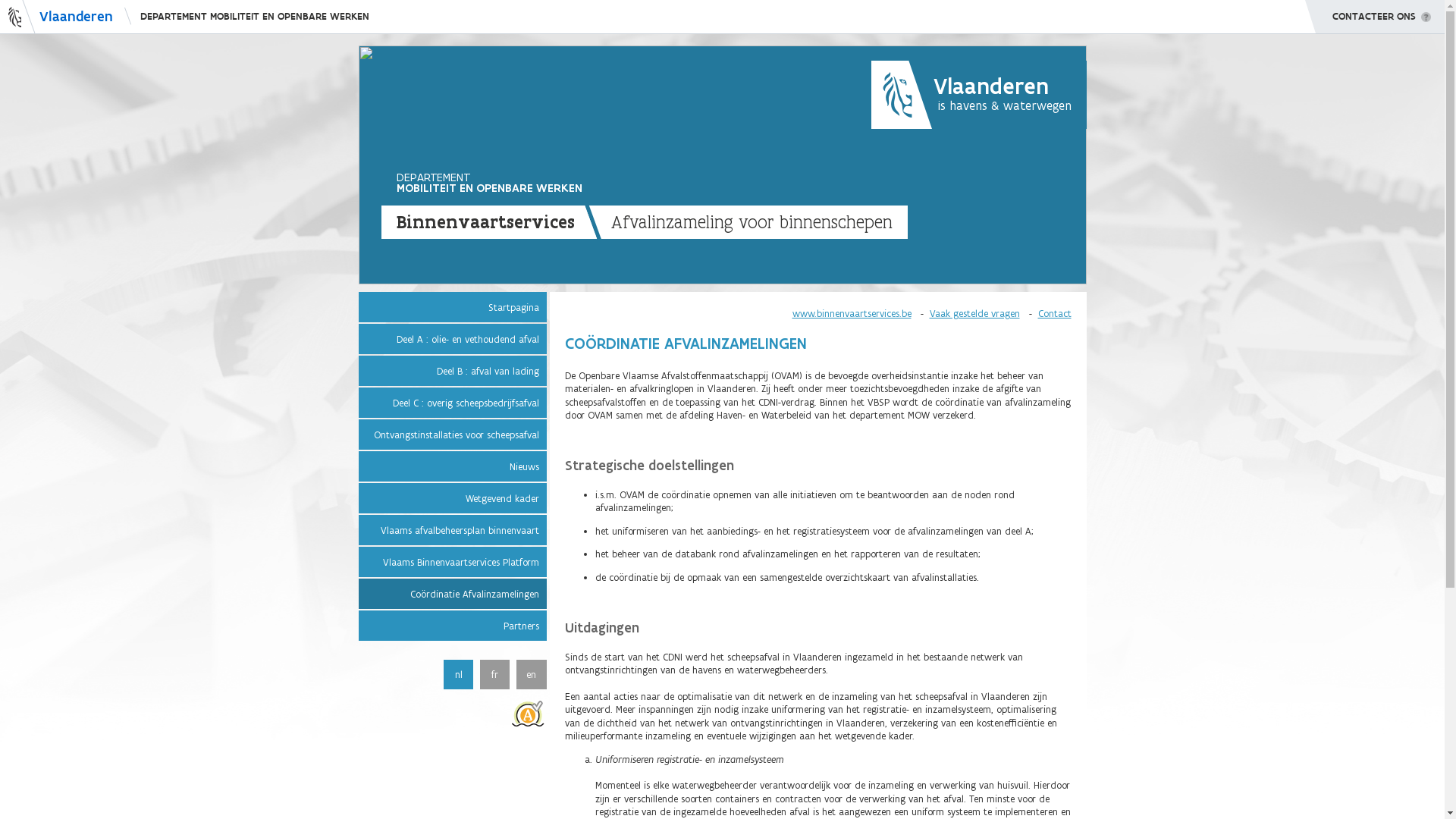 The width and height of the screenshot is (1456, 819). I want to click on 'Nieuws', so click(450, 465).